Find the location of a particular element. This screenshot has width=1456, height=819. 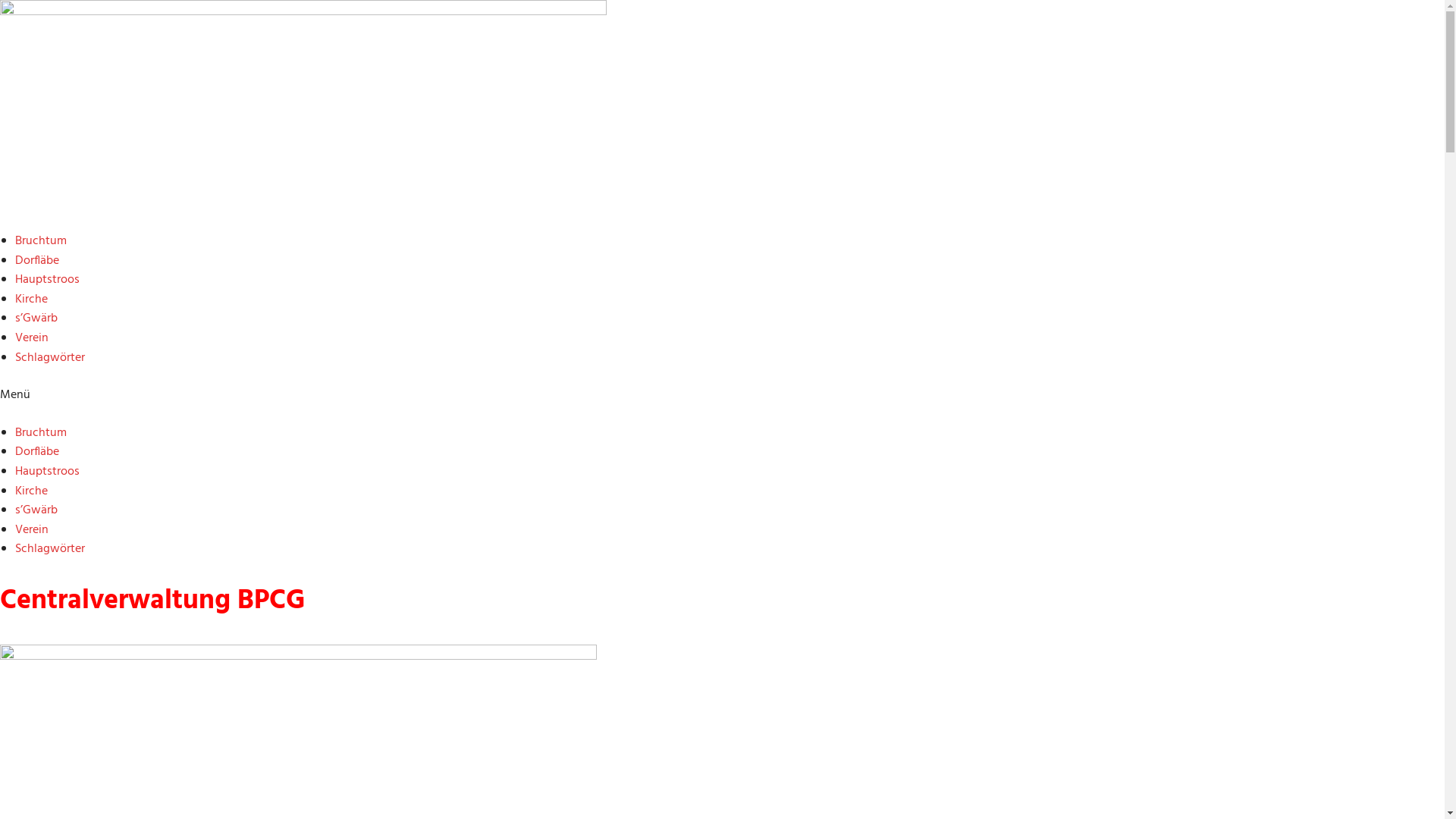

'Kirche' is located at coordinates (31, 299).